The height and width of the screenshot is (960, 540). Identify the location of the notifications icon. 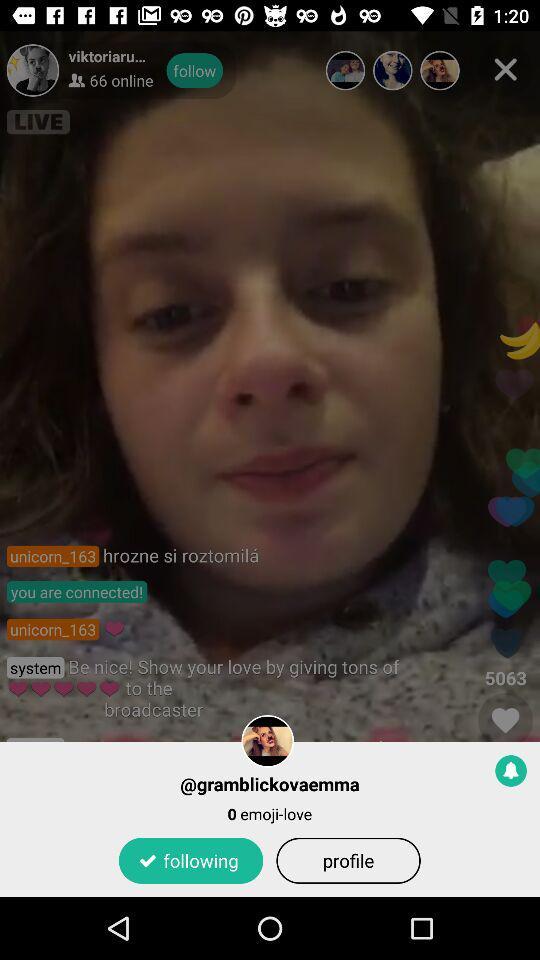
(511, 825).